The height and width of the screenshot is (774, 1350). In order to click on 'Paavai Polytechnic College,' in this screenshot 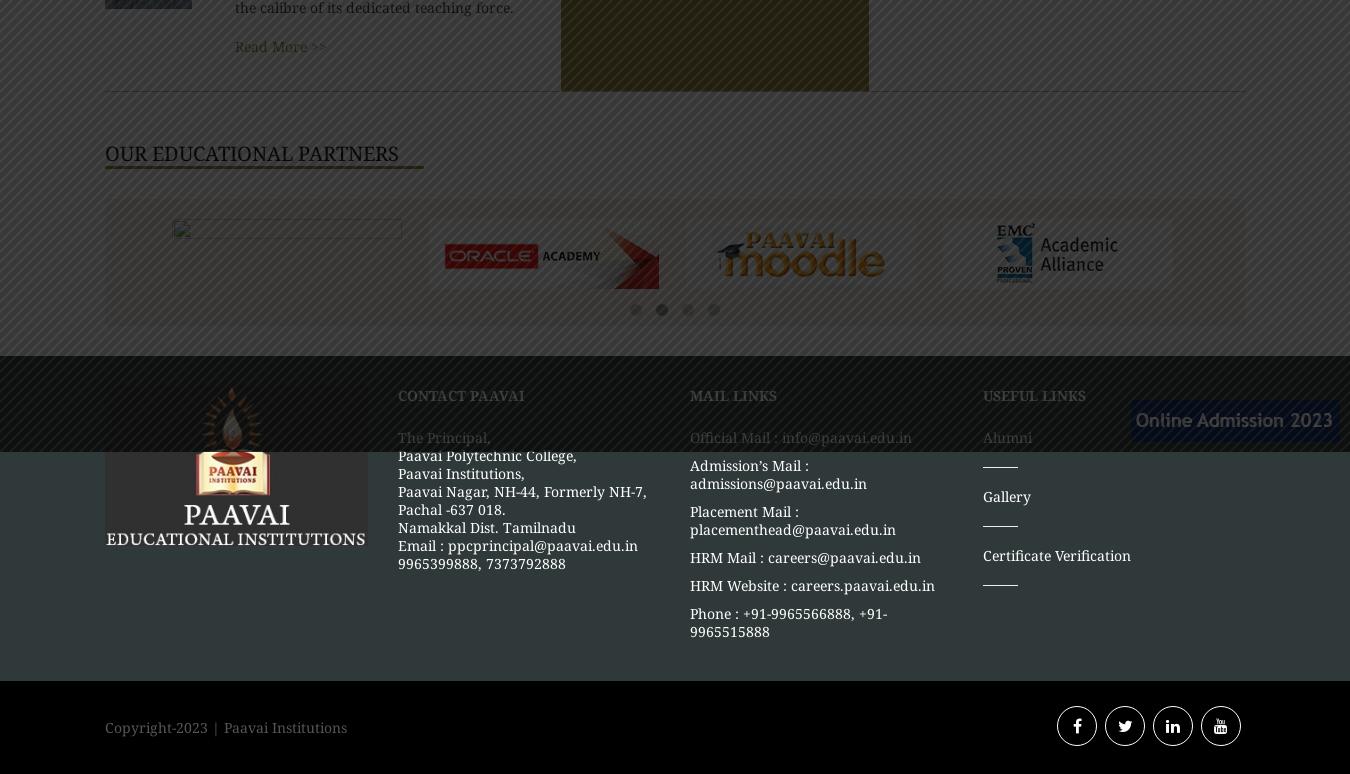, I will do `click(485, 453)`.